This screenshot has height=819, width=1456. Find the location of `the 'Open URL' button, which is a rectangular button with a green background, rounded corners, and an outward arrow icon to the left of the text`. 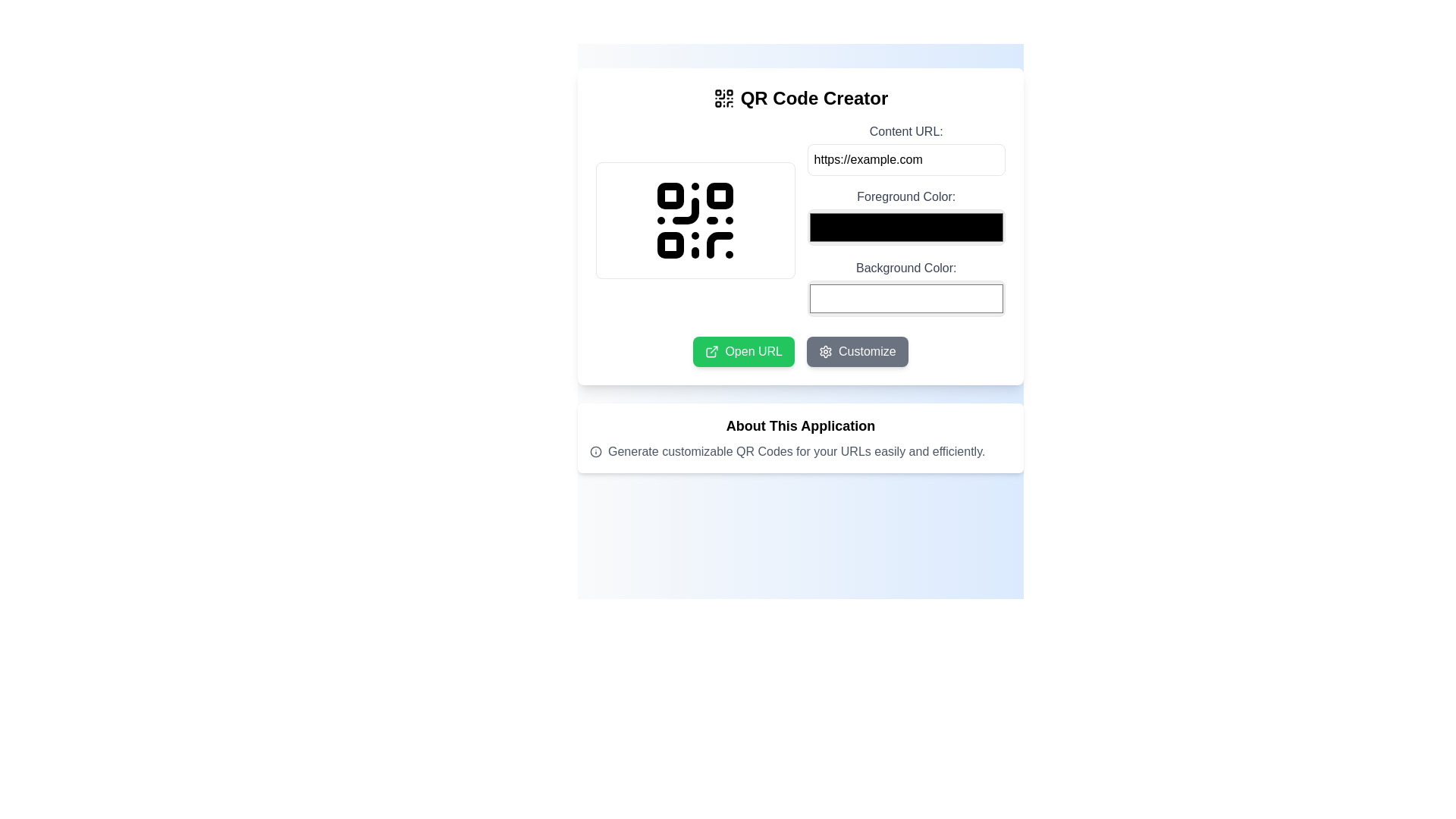

the 'Open URL' button, which is a rectangular button with a green background, rounded corners, and an outward arrow icon to the left of the text is located at coordinates (744, 351).